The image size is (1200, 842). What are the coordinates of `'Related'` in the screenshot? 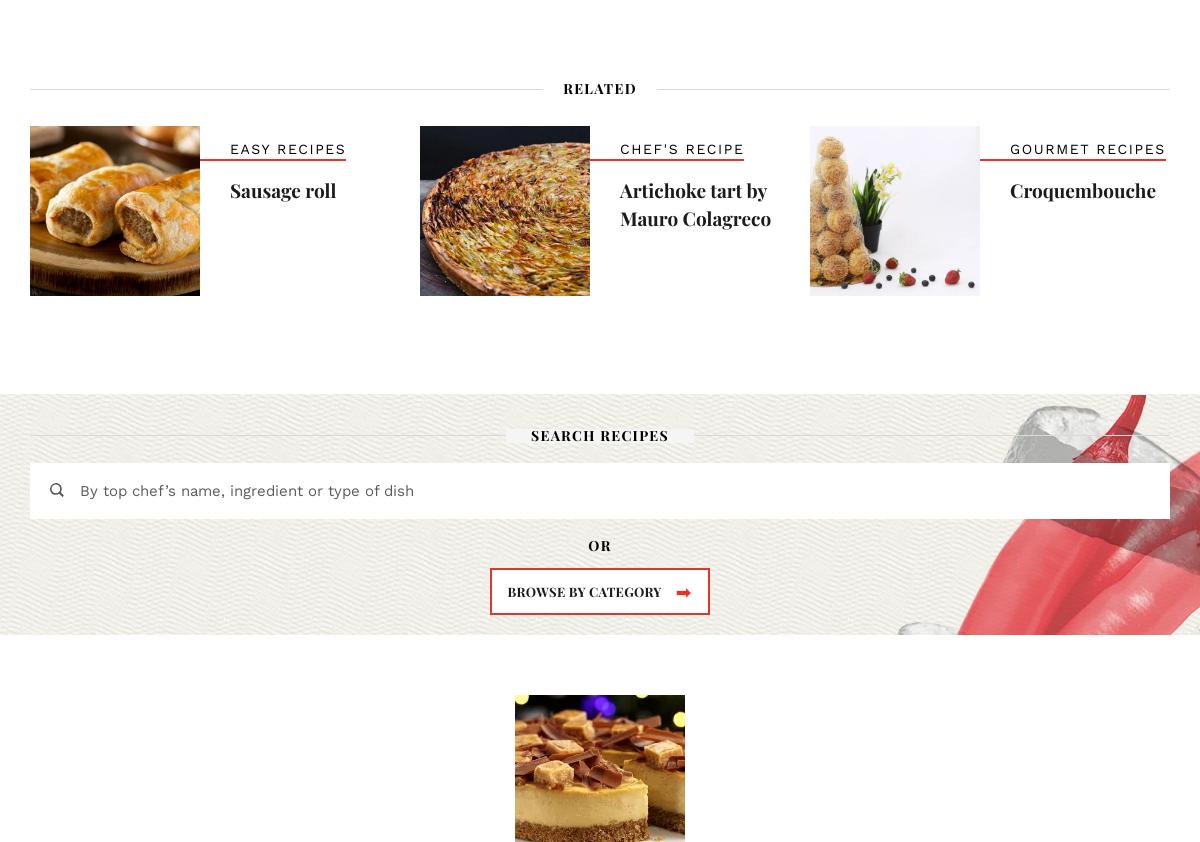 It's located at (562, 86).